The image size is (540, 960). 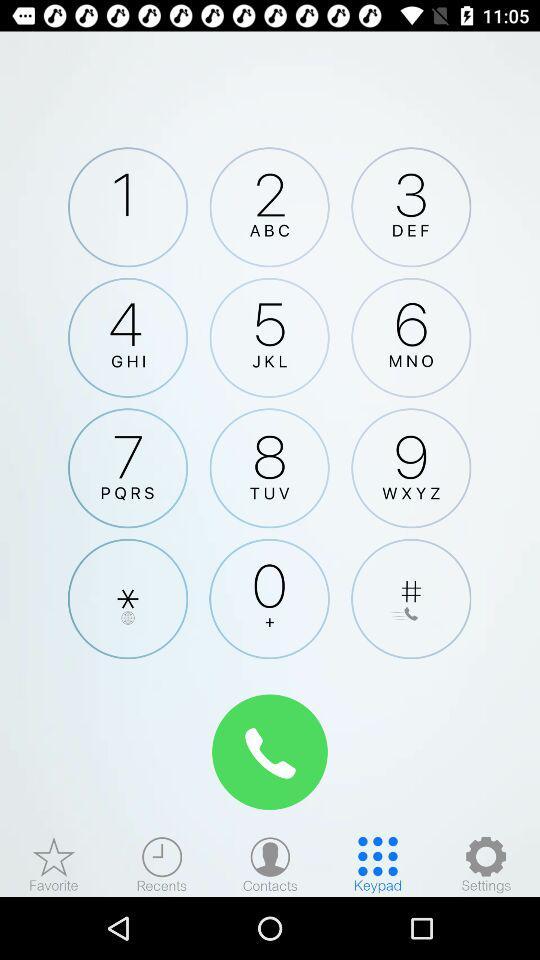 What do you see at coordinates (128, 207) in the screenshot?
I see `click button 1` at bounding box center [128, 207].